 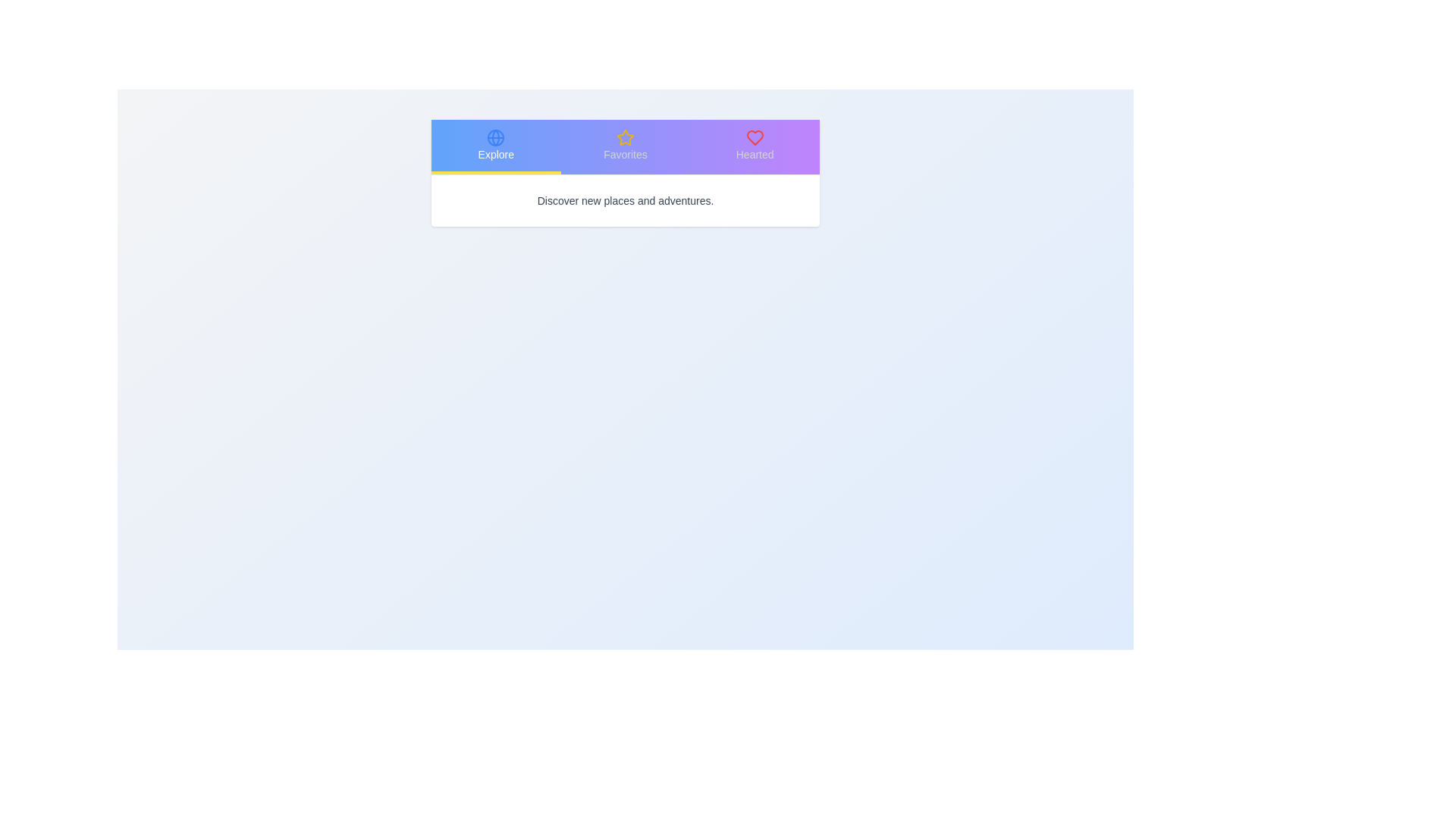 What do you see at coordinates (626, 146) in the screenshot?
I see `the tab labeled Favorites to observe its associated icon` at bounding box center [626, 146].